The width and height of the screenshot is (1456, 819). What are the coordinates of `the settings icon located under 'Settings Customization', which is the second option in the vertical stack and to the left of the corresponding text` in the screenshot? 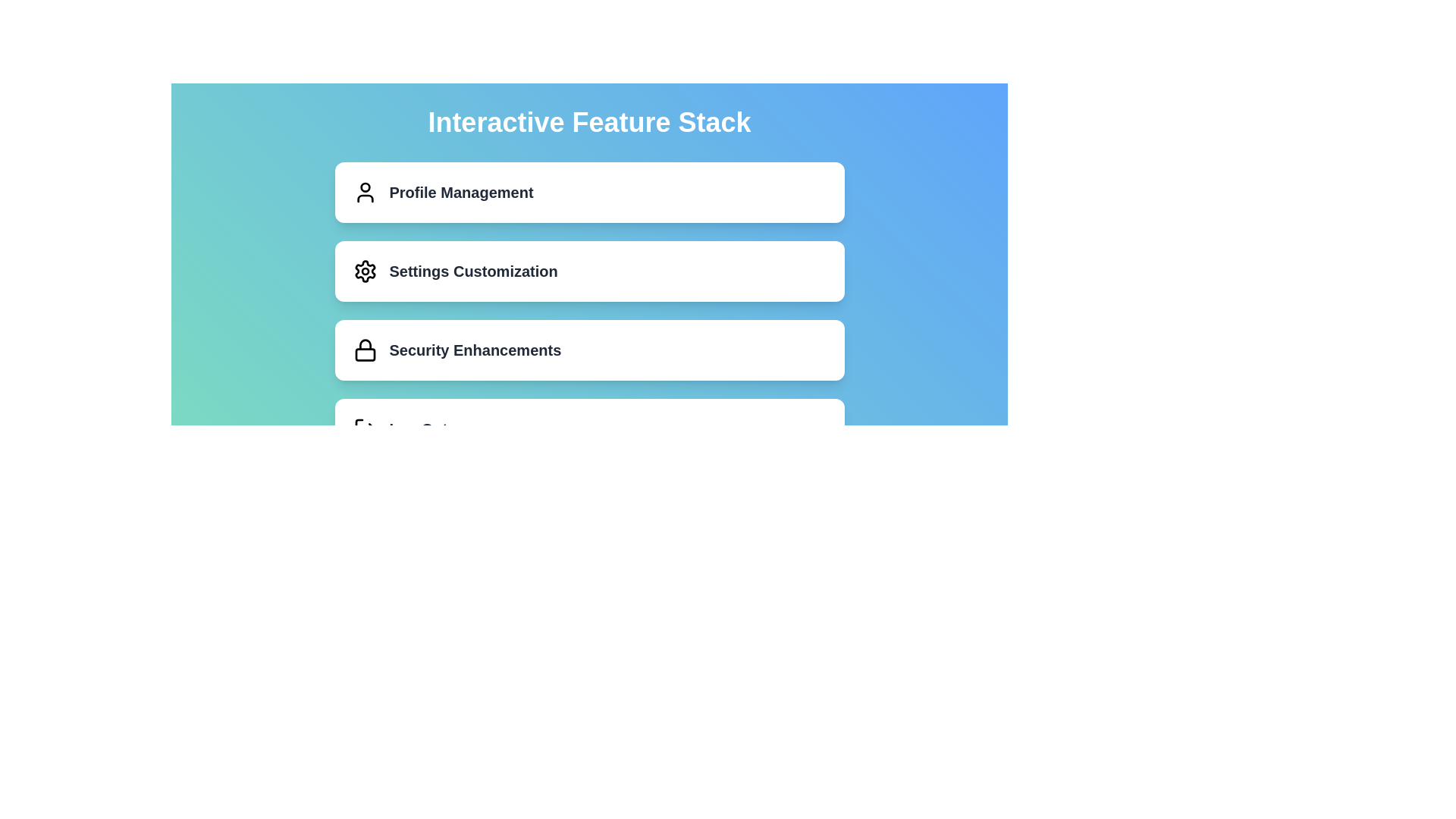 It's located at (365, 271).